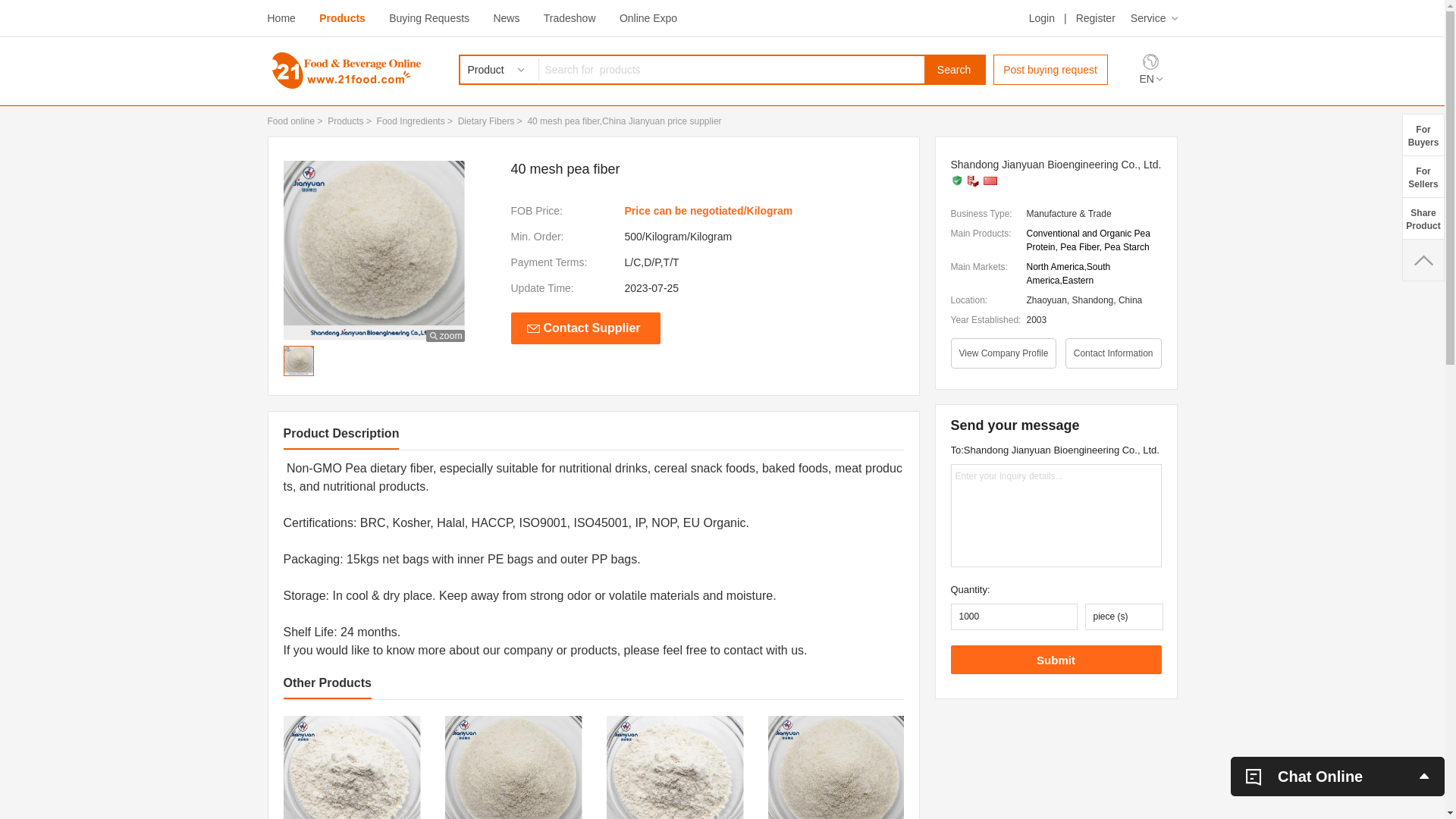 The width and height of the screenshot is (1456, 819). What do you see at coordinates (543, 17) in the screenshot?
I see `'Tradeshow'` at bounding box center [543, 17].